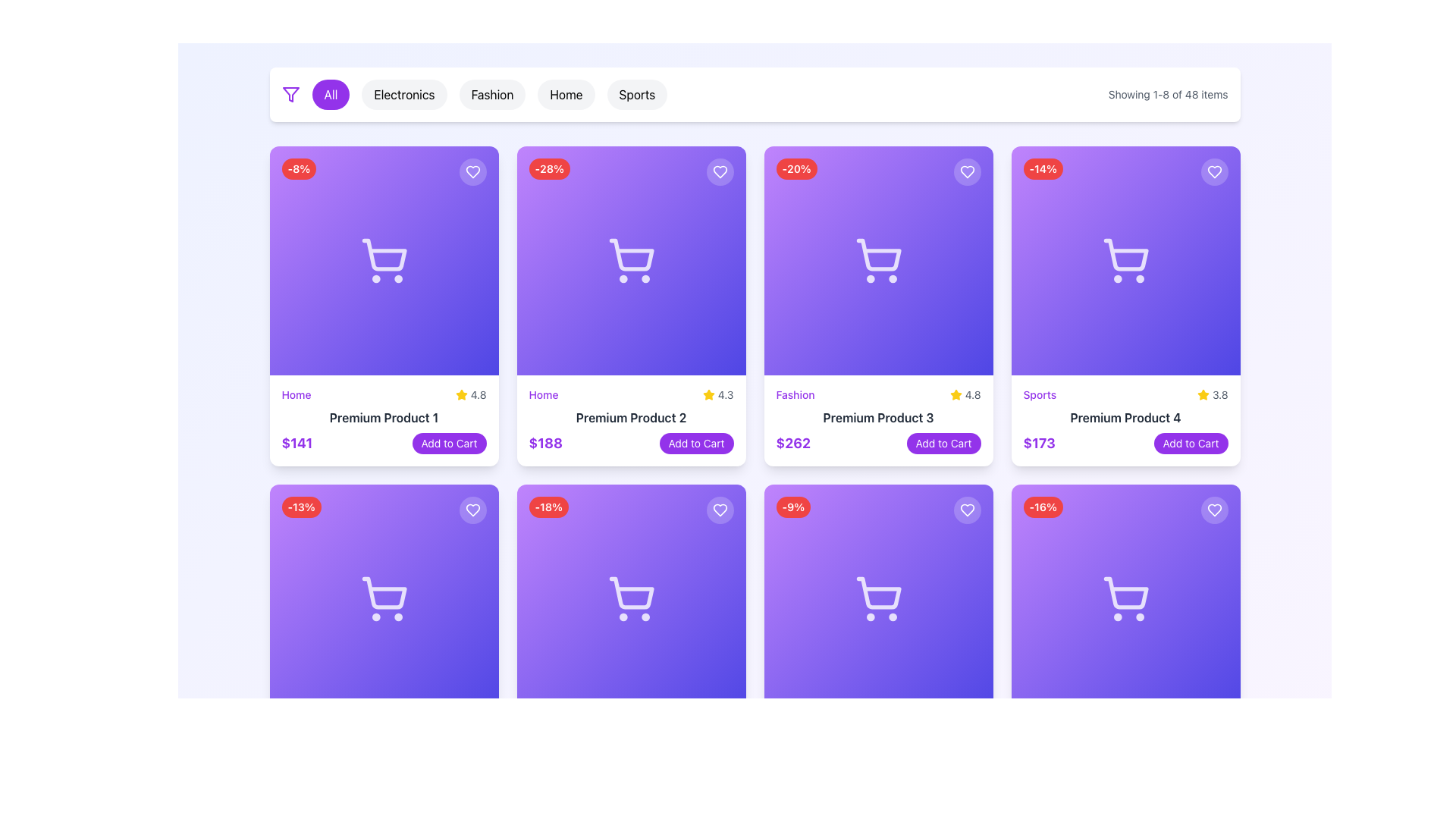  What do you see at coordinates (1125, 444) in the screenshot?
I see `price information displayed as '$173' in bold and purple, located near the bottom of the fourth product card, just beneath the title 'Premium Product 4'` at bounding box center [1125, 444].